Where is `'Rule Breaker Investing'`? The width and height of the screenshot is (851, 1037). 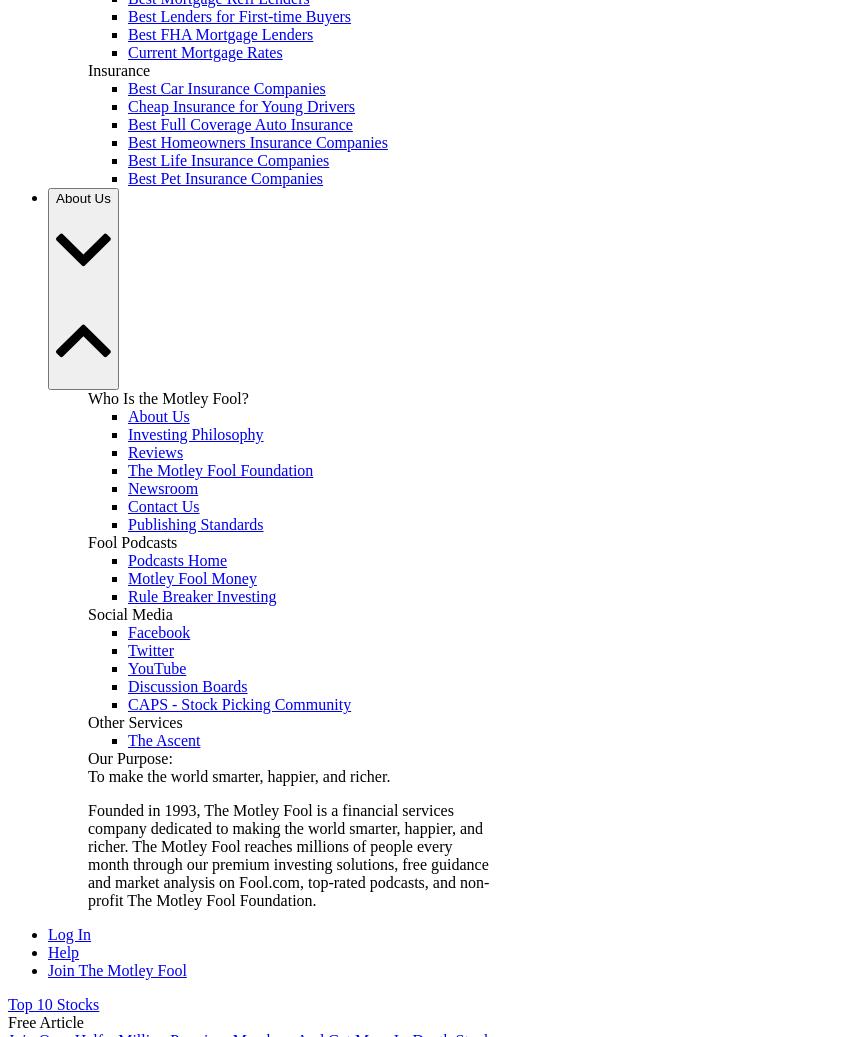
'Rule Breaker Investing' is located at coordinates (127, 596).